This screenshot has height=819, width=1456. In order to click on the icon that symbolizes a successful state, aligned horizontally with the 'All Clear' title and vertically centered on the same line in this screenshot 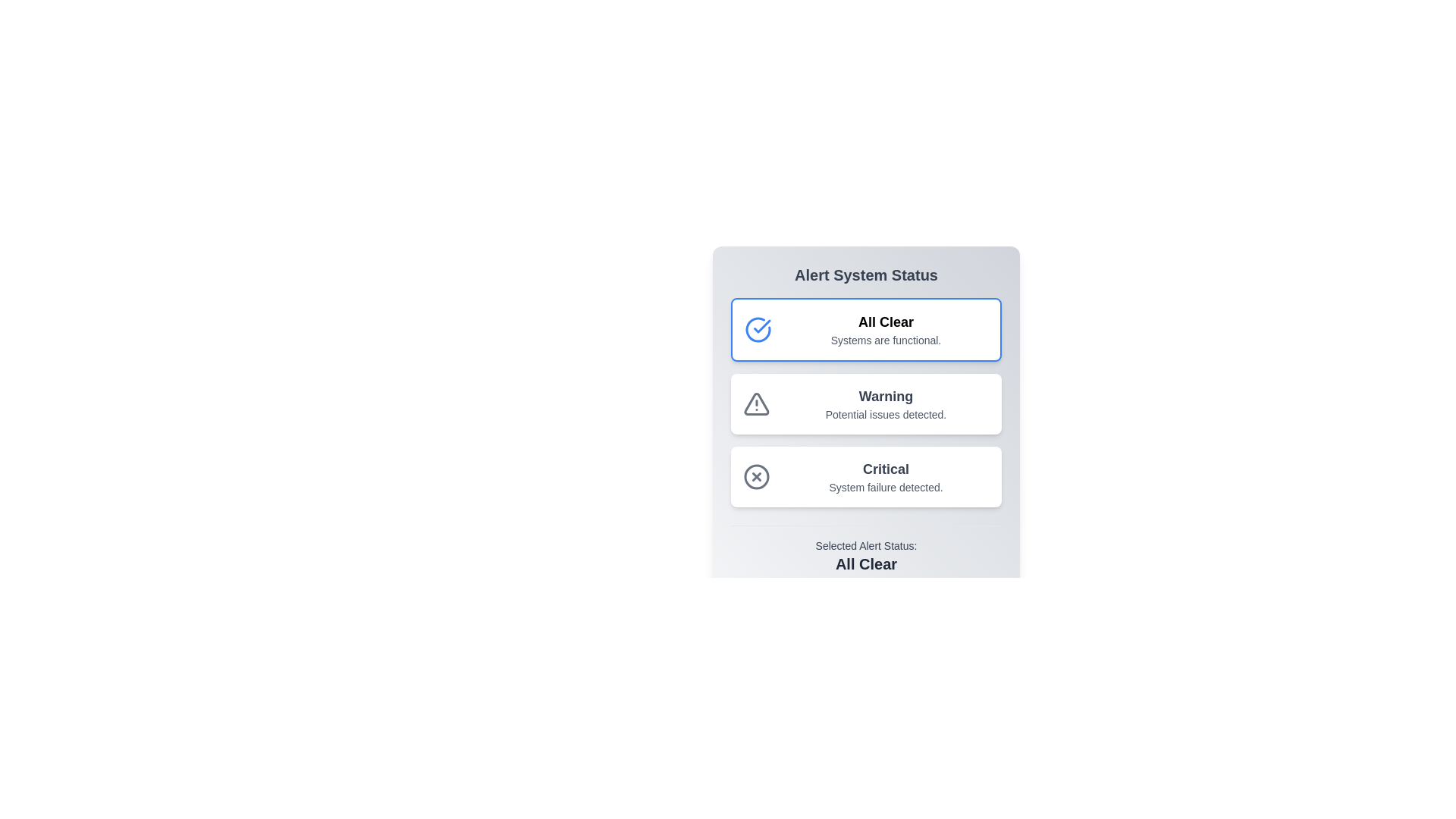, I will do `click(758, 329)`.